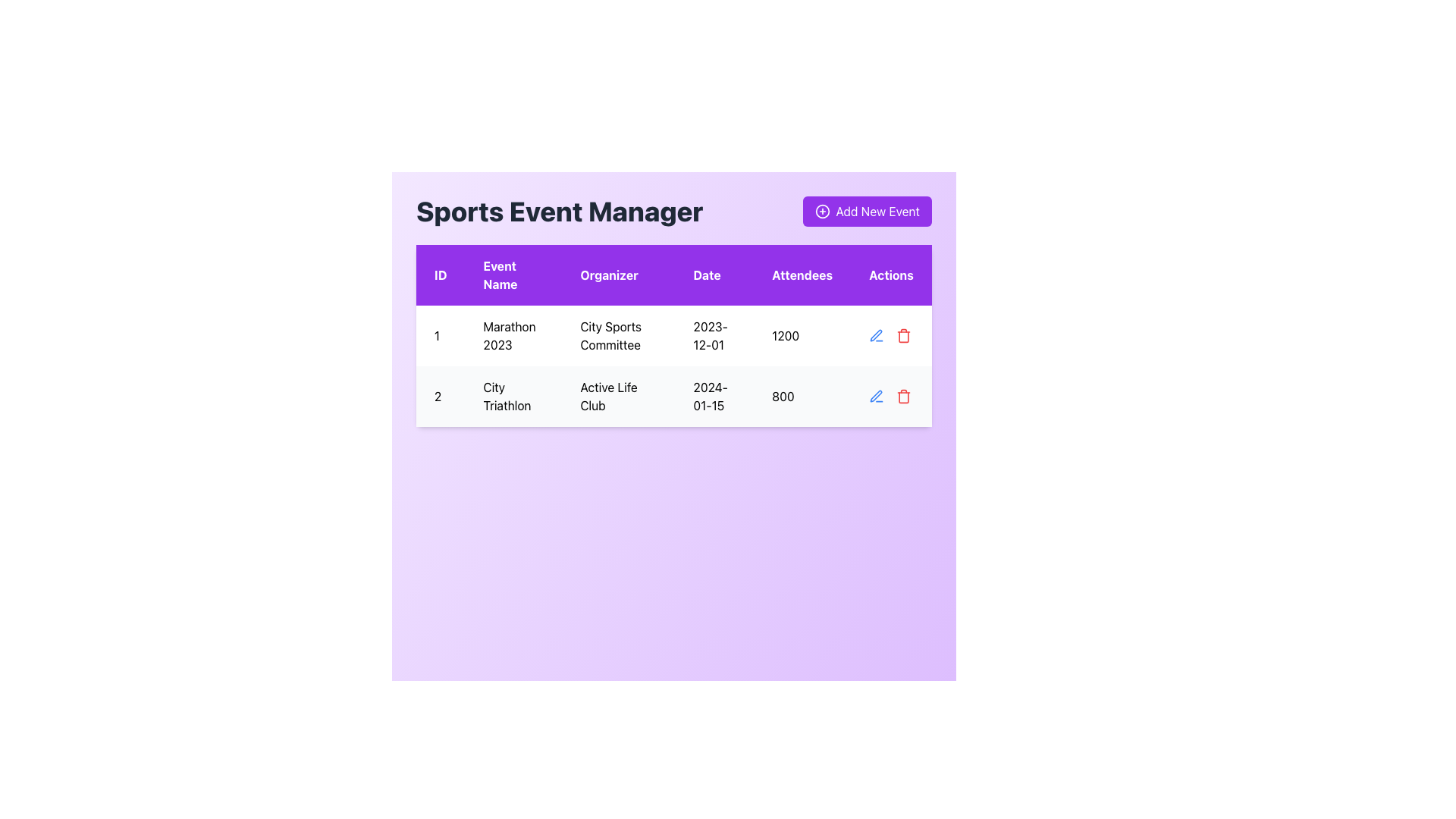 This screenshot has width=1456, height=819. I want to click on the static text label displaying 'Attendees' which is styled with white text on a purple background, located in the fifth column of the table's header row, so click(802, 275).